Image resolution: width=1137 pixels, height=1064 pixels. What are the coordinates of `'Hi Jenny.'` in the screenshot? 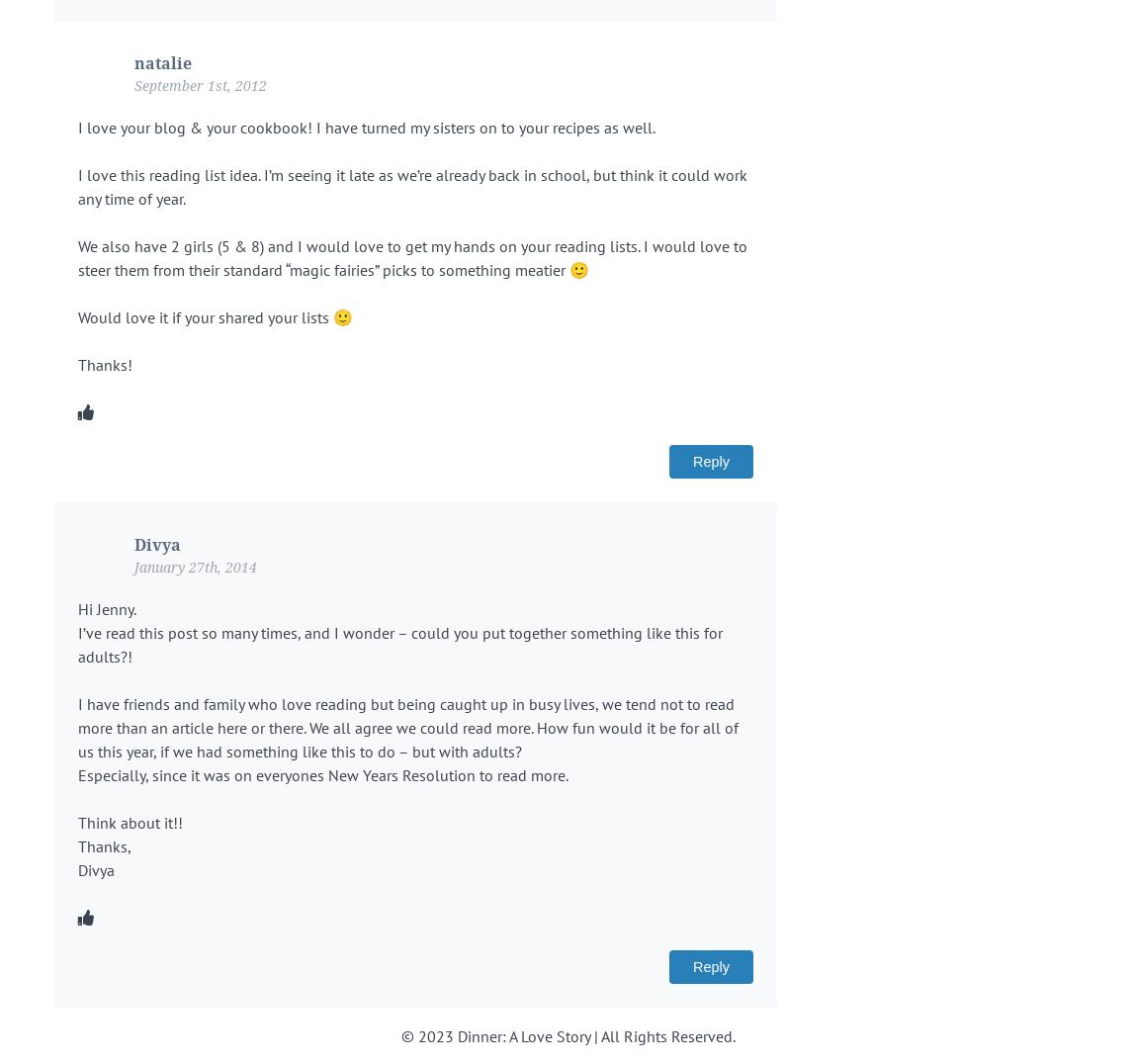 It's located at (77, 609).